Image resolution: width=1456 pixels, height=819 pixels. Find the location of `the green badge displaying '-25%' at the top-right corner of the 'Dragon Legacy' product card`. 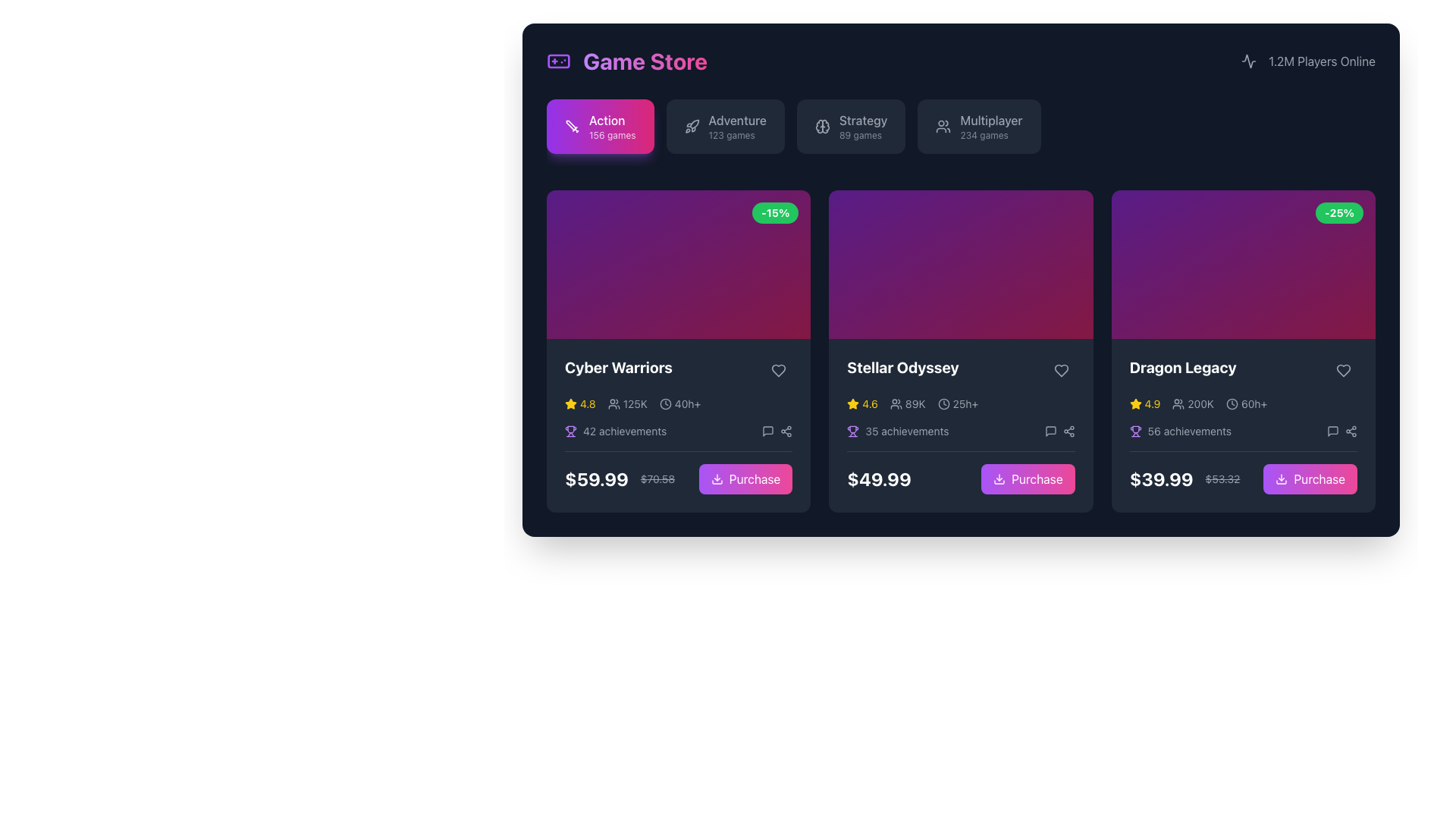

the green badge displaying '-25%' at the top-right corner of the 'Dragon Legacy' product card is located at coordinates (1339, 213).